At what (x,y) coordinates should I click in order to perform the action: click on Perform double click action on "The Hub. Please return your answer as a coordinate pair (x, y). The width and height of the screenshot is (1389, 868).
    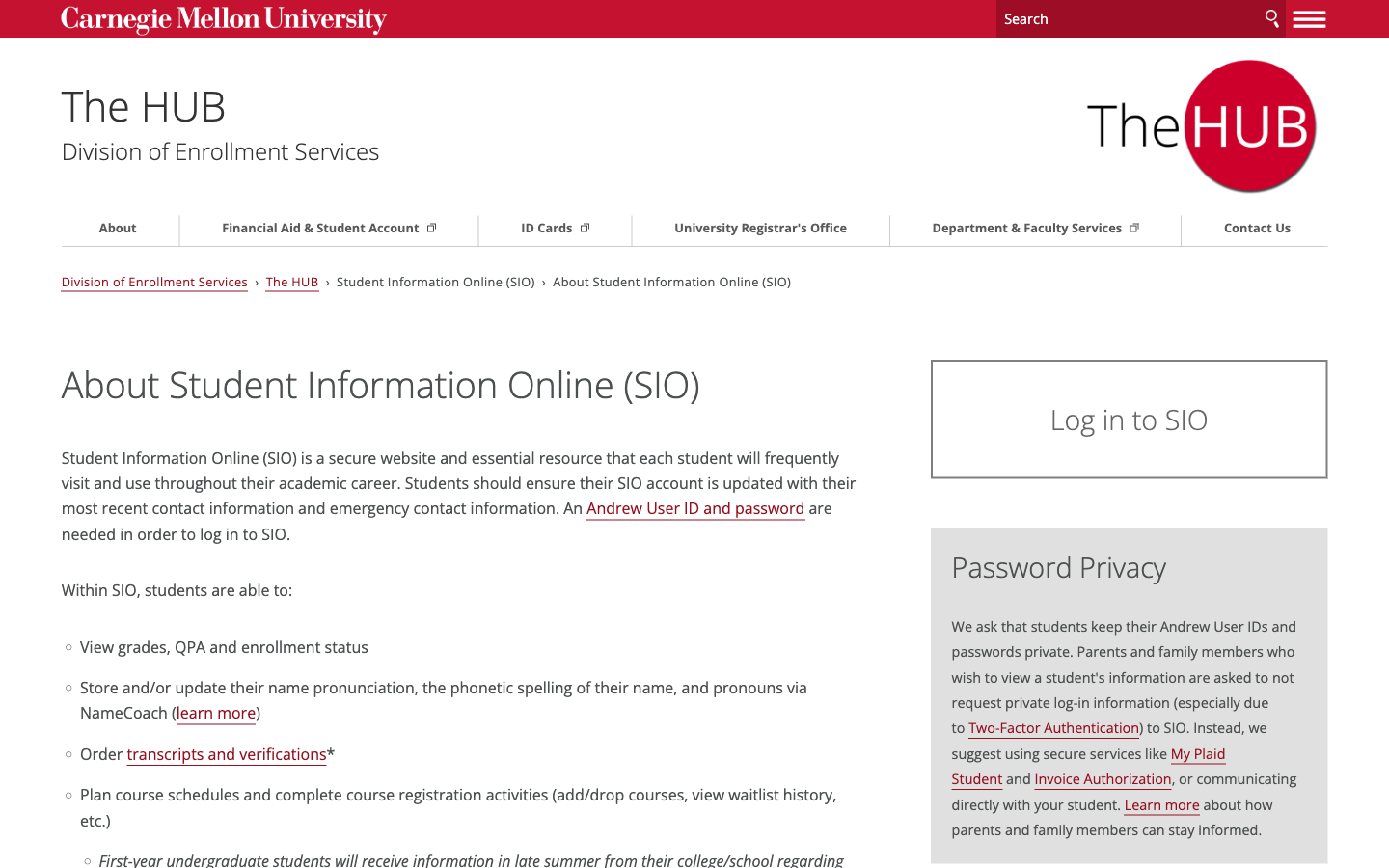
    Looking at the image, I should click on (200, 102).